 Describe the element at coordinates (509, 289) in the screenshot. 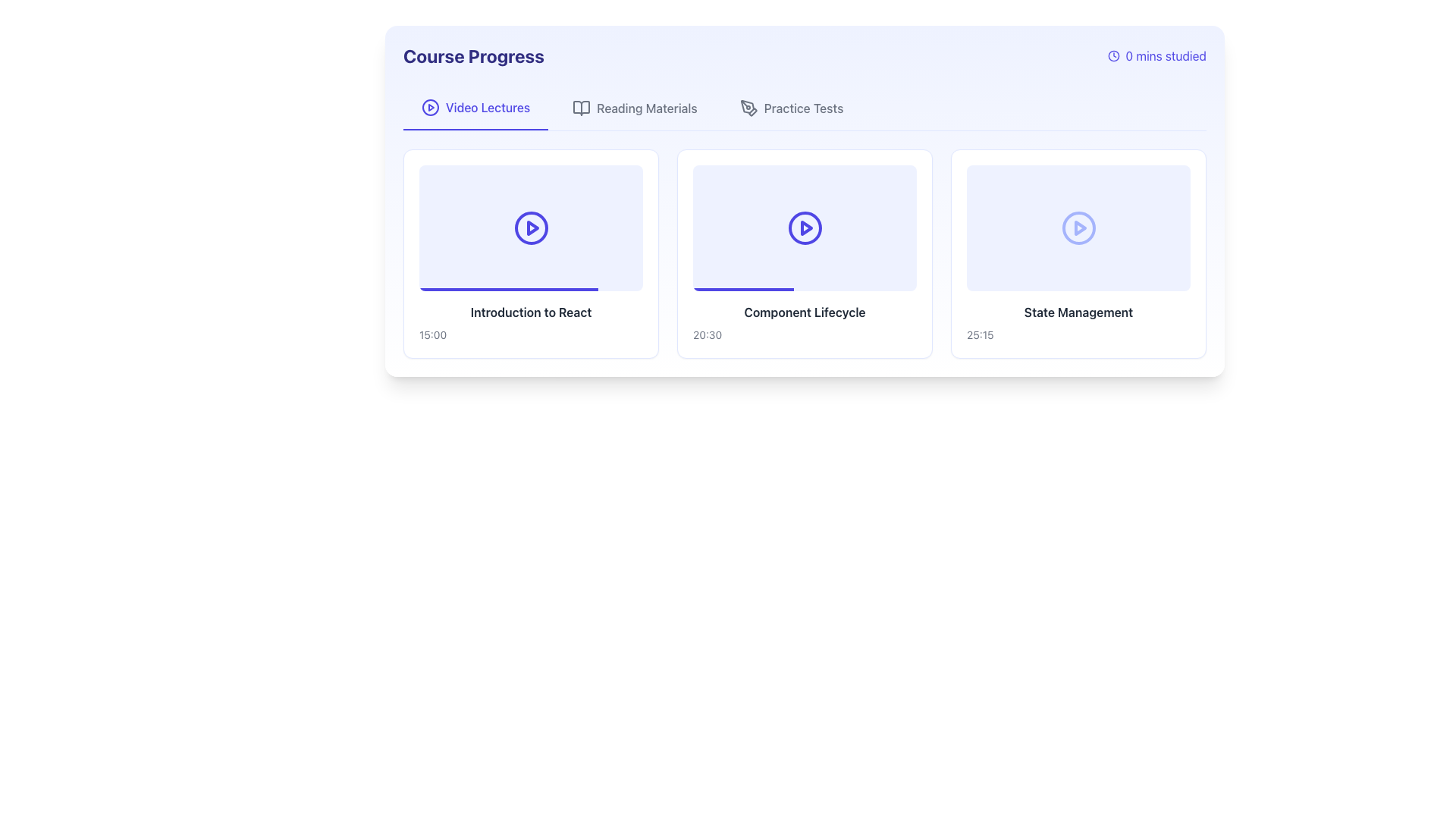

I see `the progress indicator bar located at the bottom of the 'Introduction to React' video thumbnail card` at that location.